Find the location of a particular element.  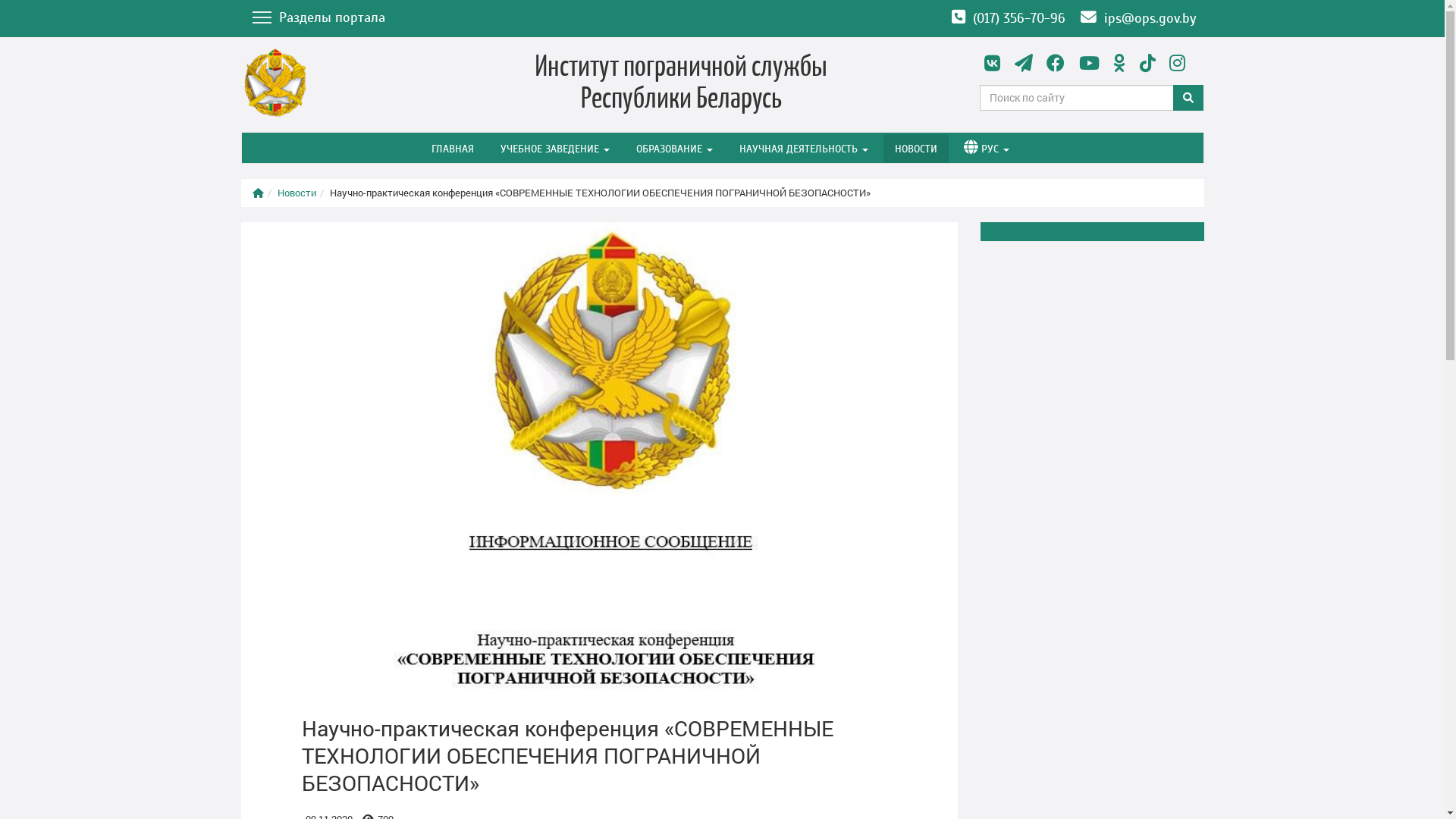

'ips@ops.gov.by' is located at coordinates (1137, 18).